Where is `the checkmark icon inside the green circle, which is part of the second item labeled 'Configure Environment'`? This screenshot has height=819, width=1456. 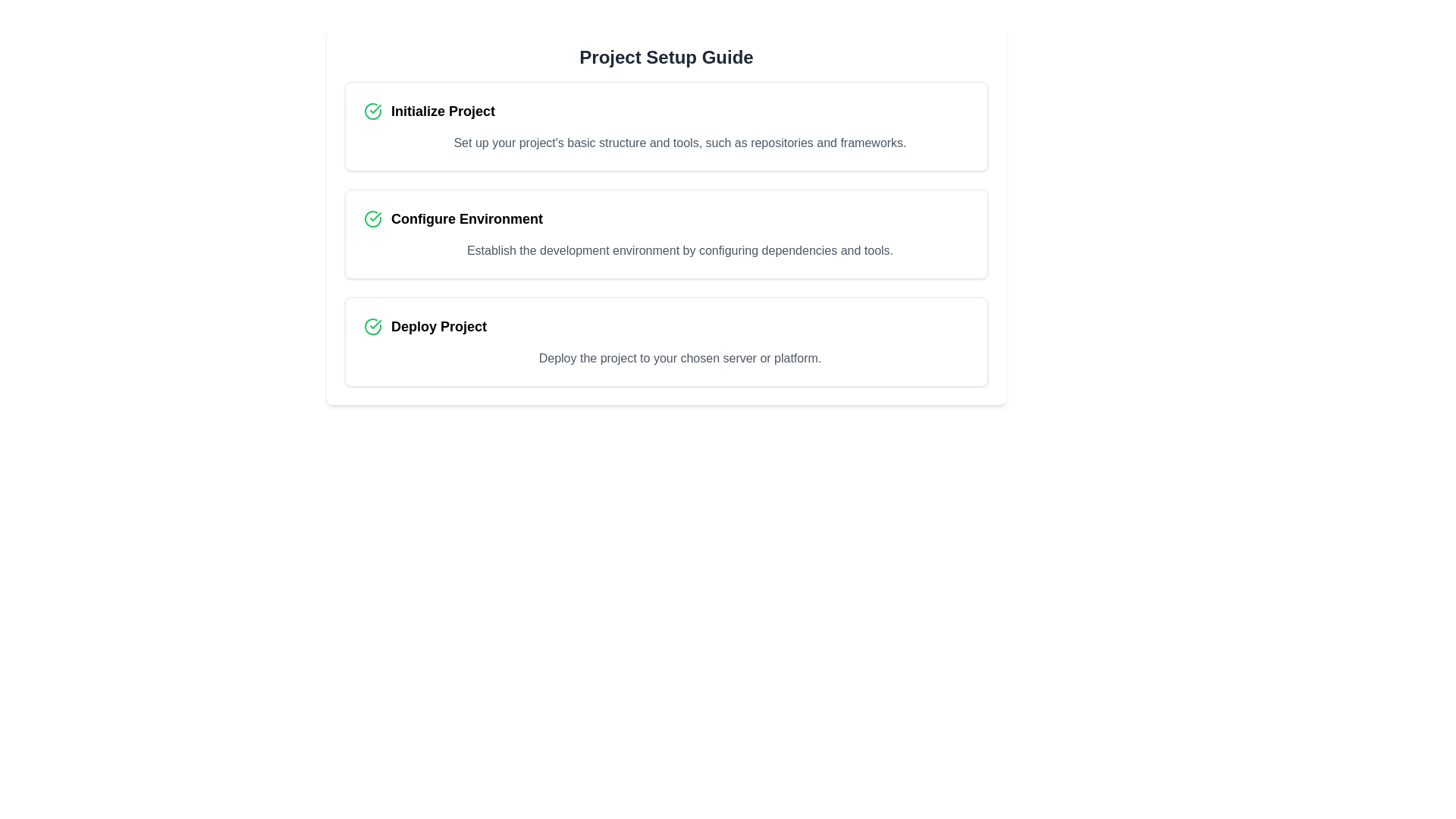
the checkmark icon inside the green circle, which is part of the second item labeled 'Configure Environment' is located at coordinates (375, 216).